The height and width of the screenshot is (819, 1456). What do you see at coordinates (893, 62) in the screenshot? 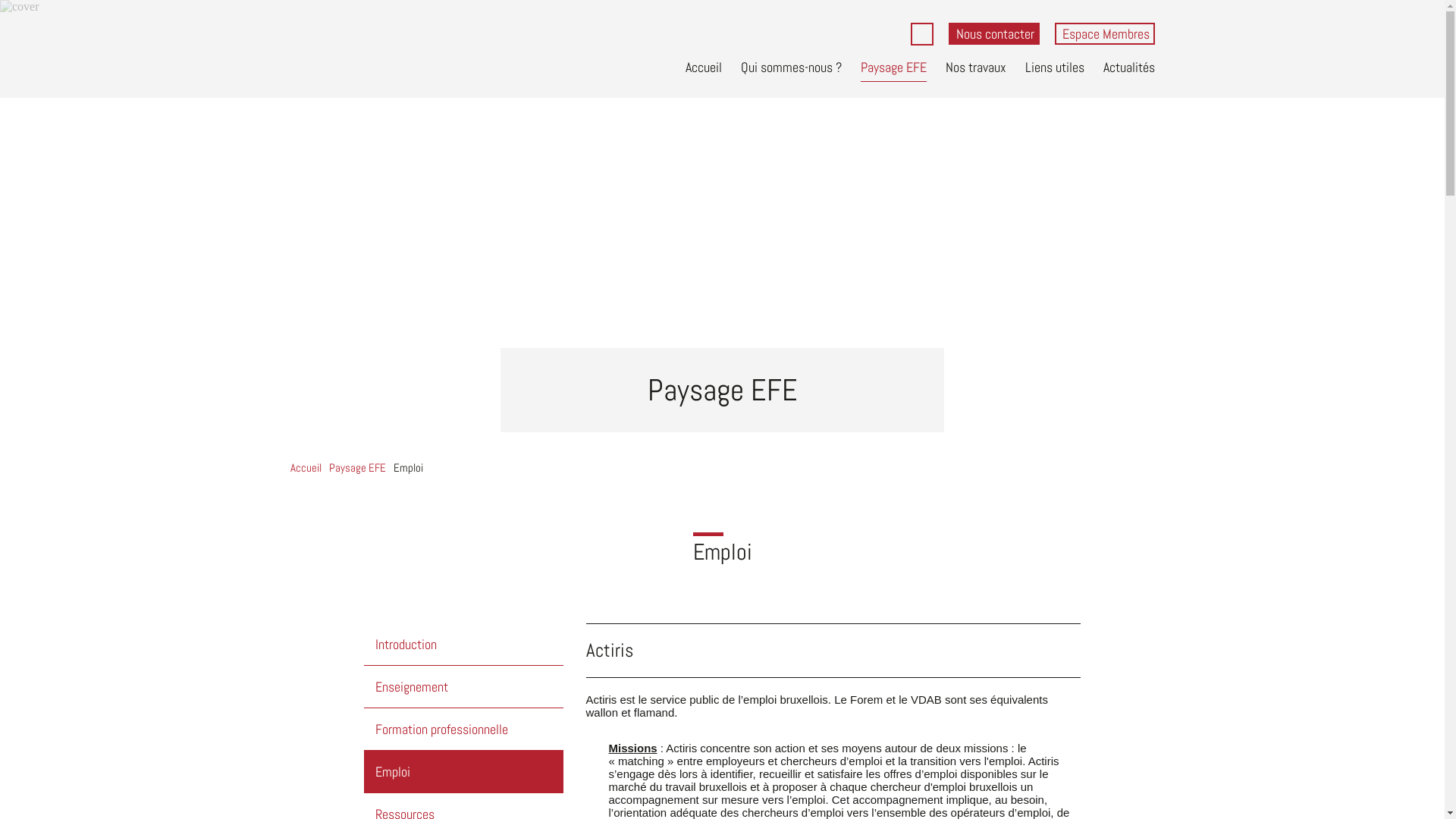
I see `'Paysage EFE'` at bounding box center [893, 62].